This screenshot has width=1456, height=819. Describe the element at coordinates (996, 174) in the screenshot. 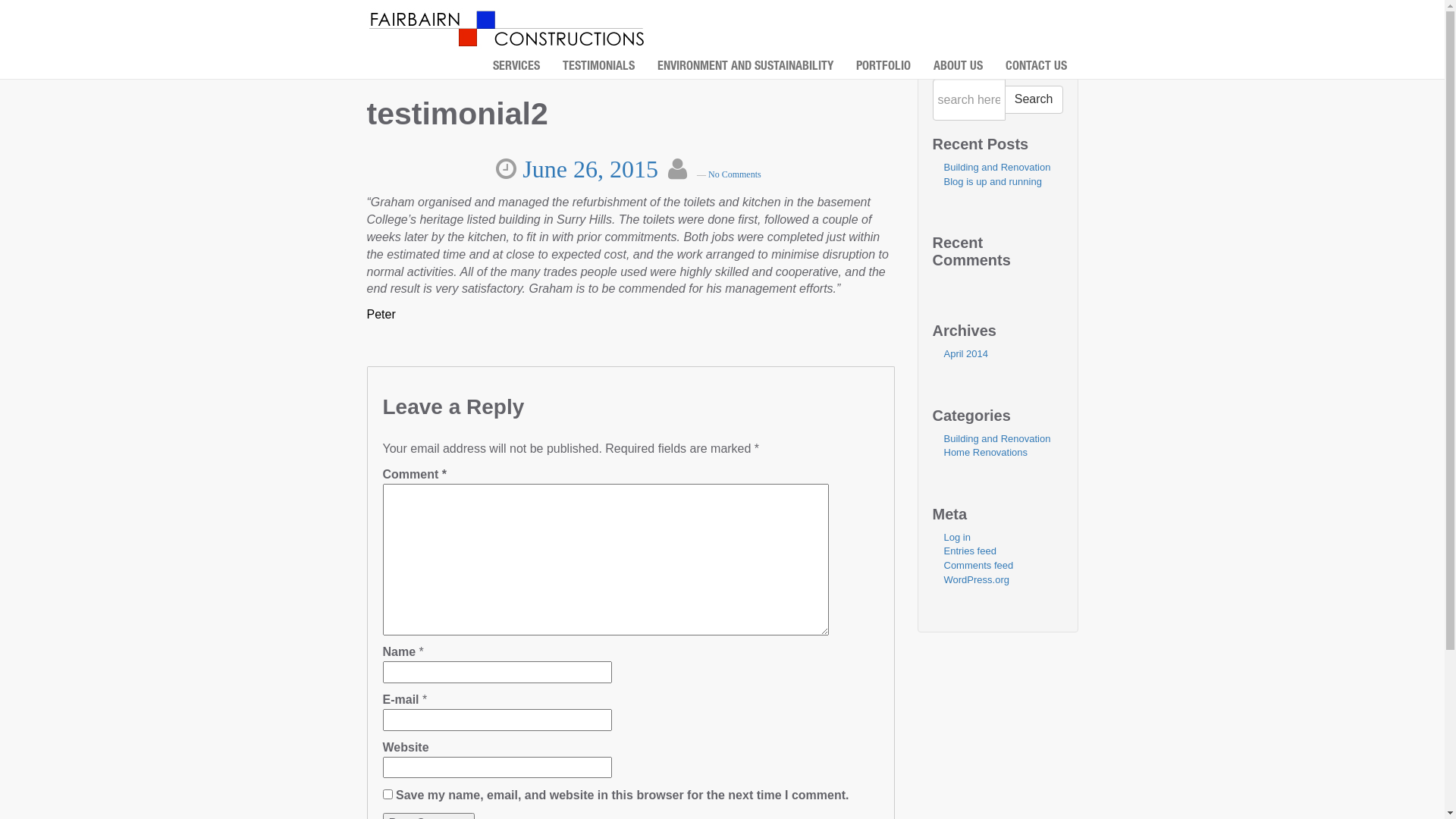

I see `'Building and Renovation Blog is up and running'` at that location.